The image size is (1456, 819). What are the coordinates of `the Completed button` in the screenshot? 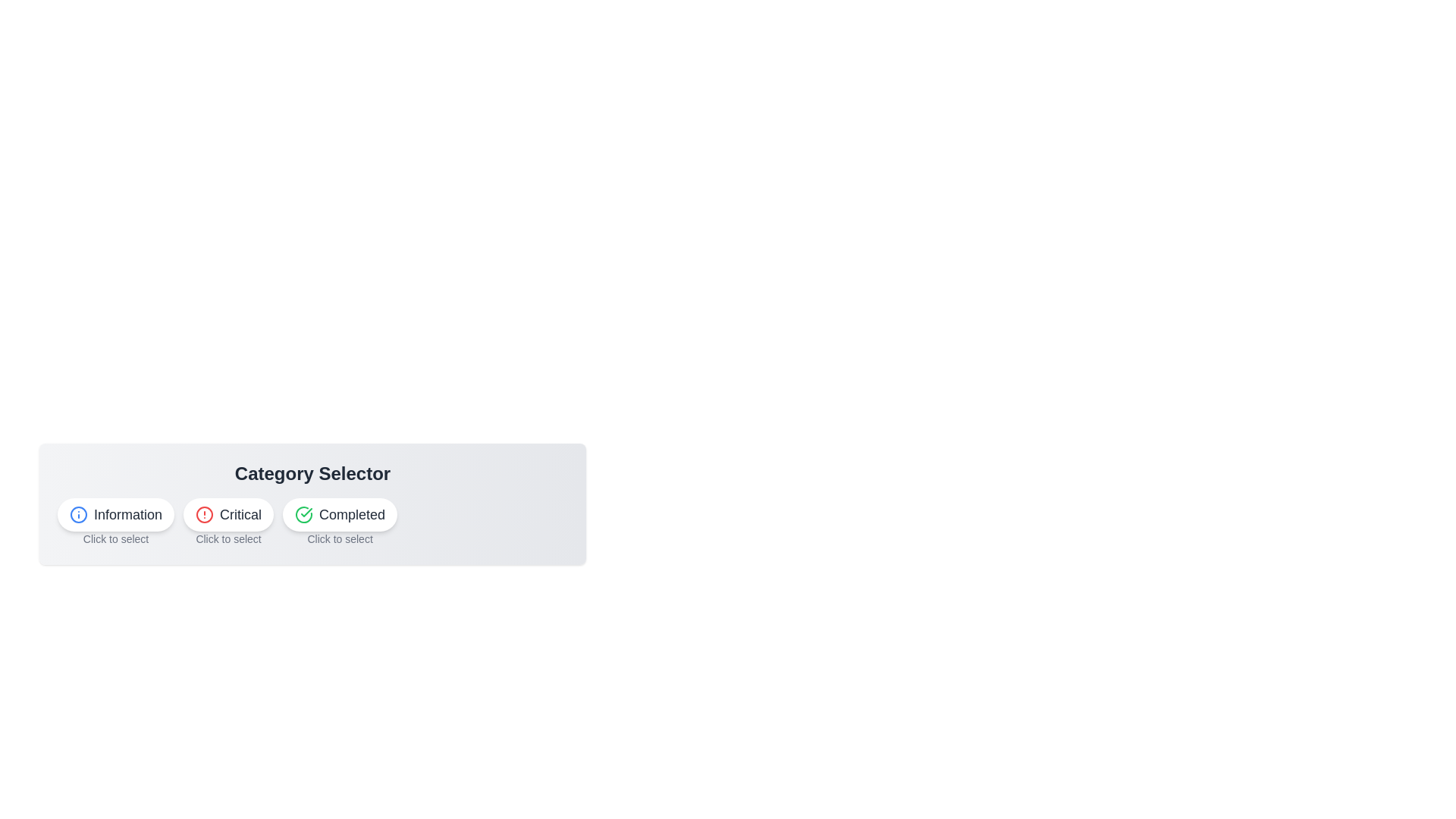 It's located at (338, 513).